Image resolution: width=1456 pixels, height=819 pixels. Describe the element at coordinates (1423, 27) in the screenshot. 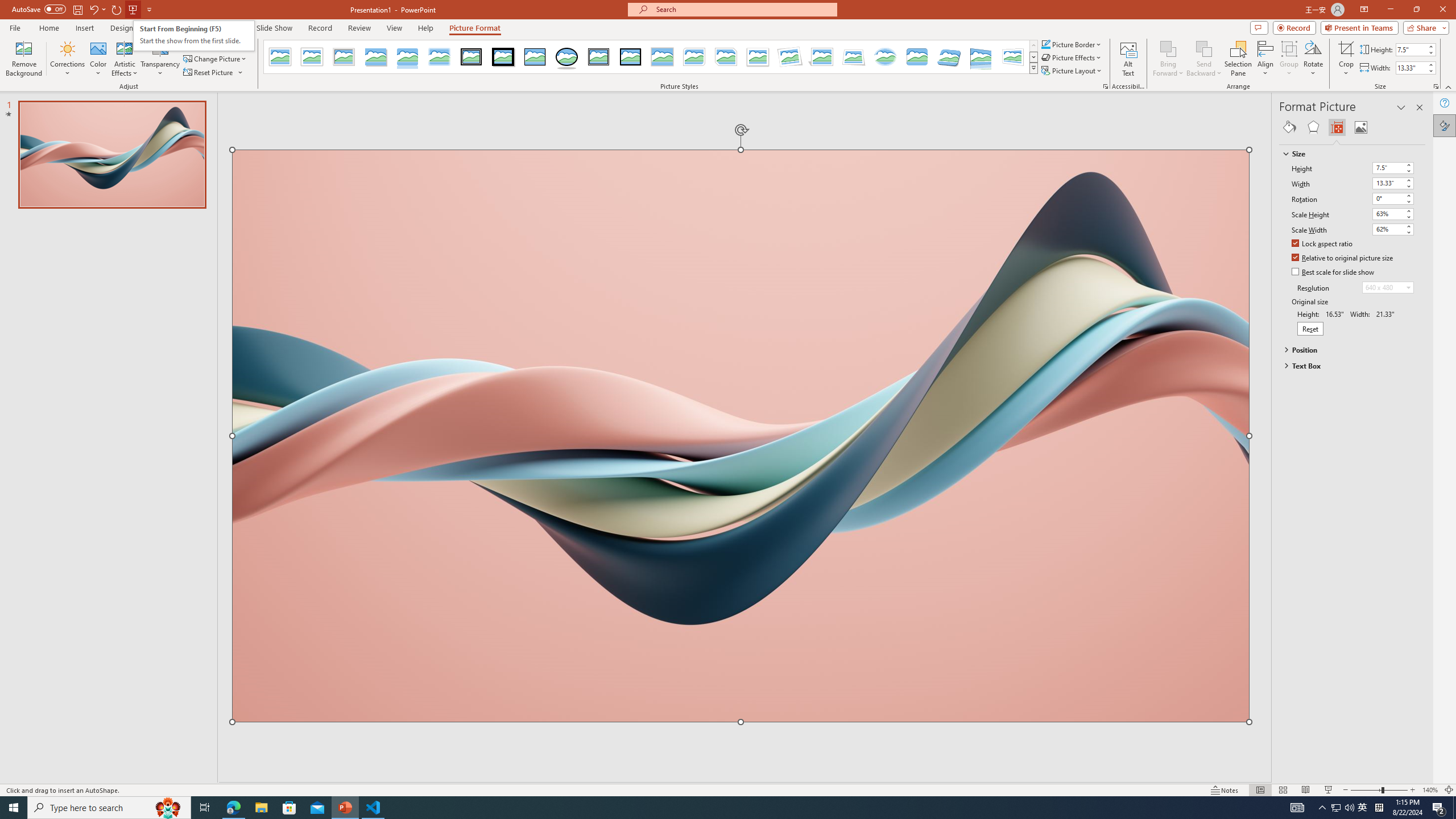

I see `'Share'` at that location.